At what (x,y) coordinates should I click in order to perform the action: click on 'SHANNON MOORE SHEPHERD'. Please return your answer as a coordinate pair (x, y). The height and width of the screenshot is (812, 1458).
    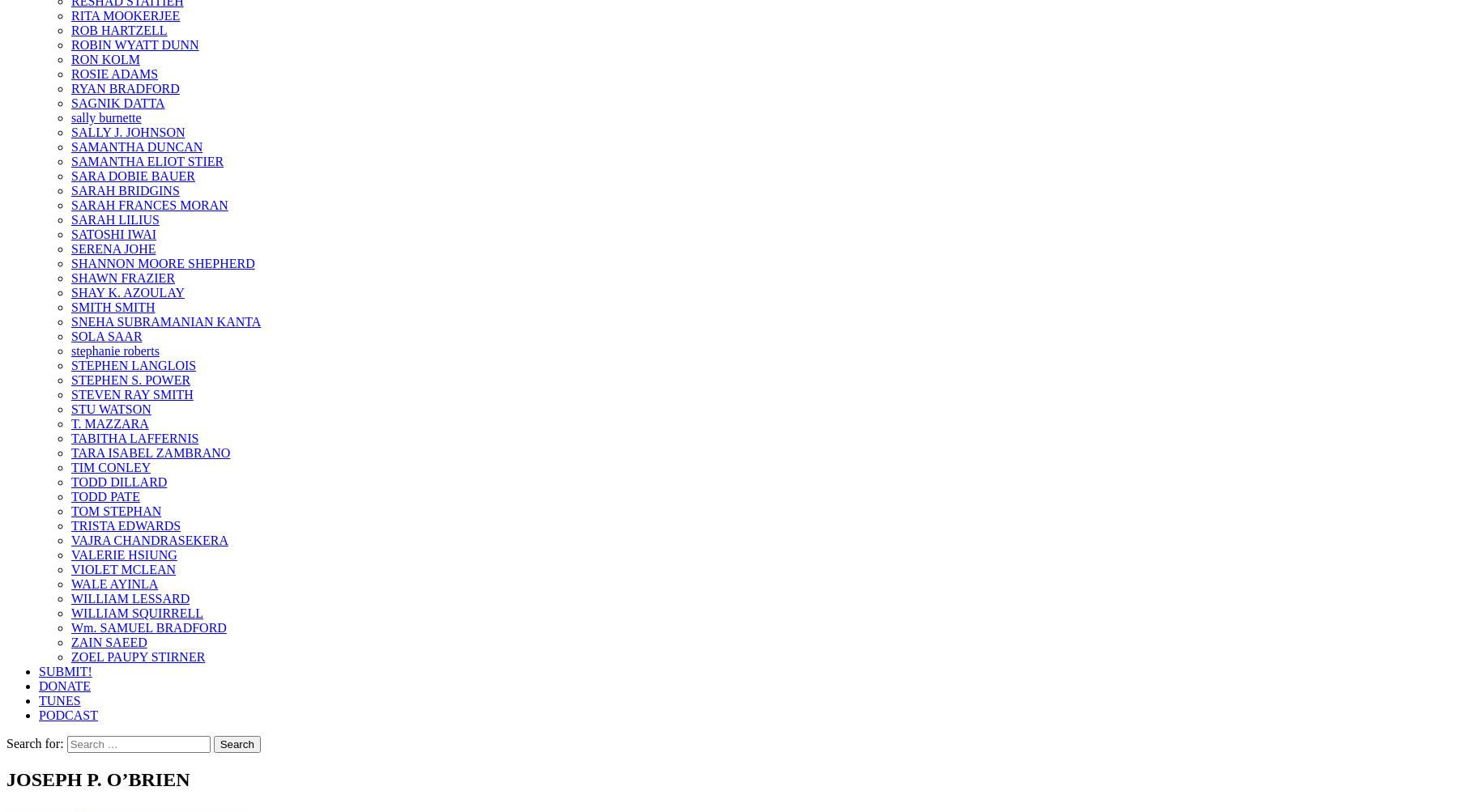
    Looking at the image, I should click on (70, 262).